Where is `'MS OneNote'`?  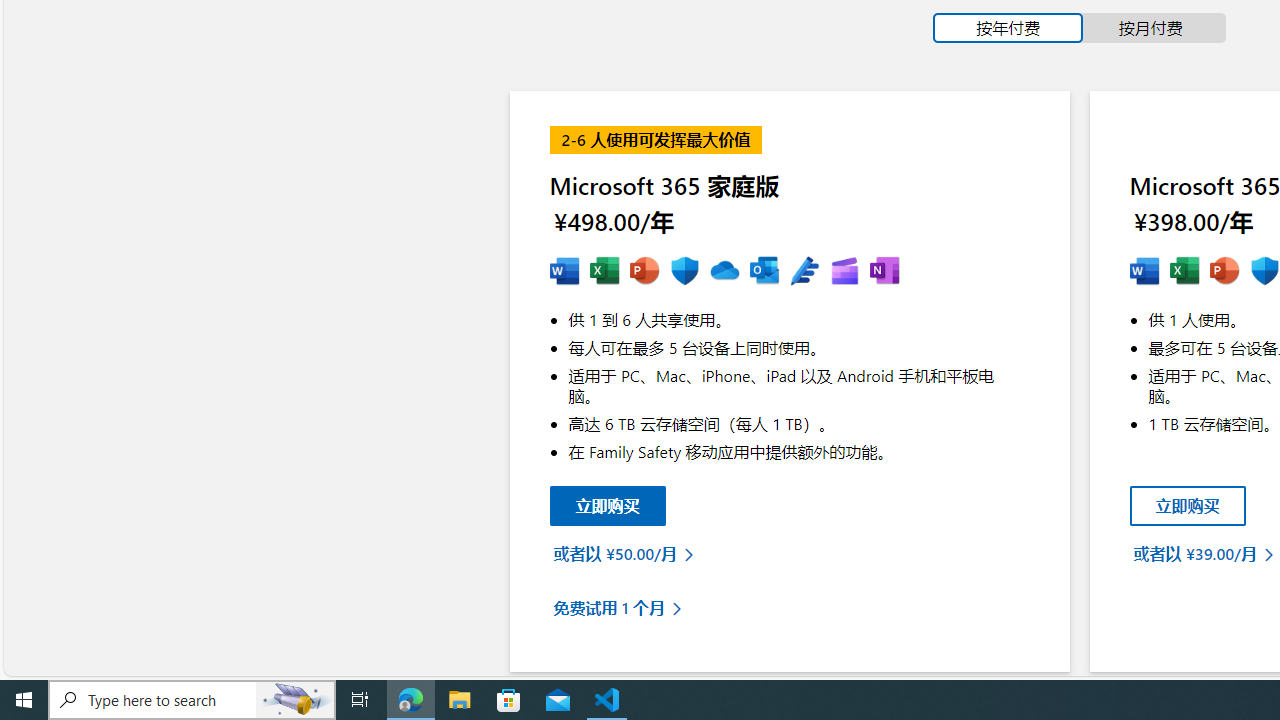 'MS OneNote' is located at coordinates (883, 271).